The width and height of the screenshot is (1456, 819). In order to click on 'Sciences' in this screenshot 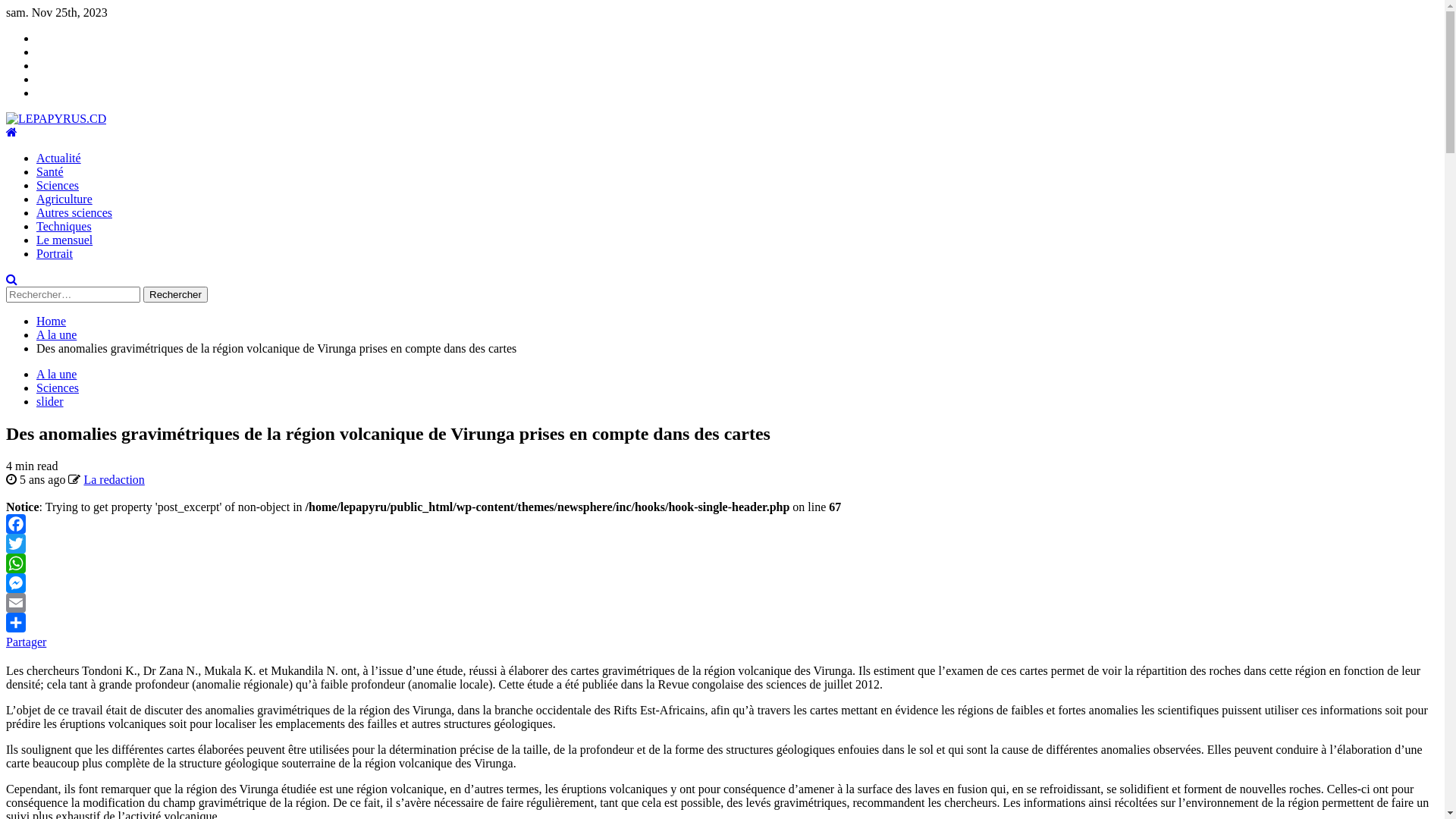, I will do `click(58, 387)`.